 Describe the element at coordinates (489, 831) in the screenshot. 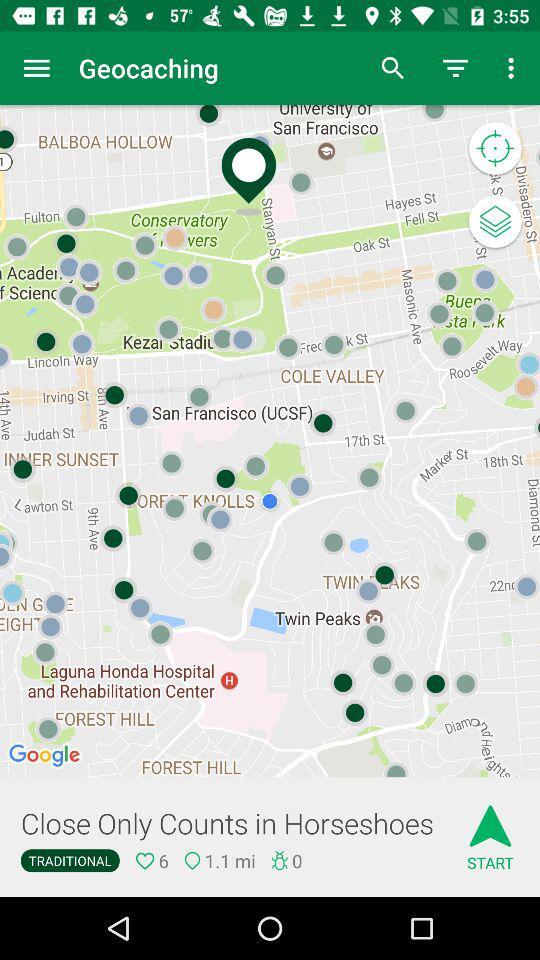

I see `the item next to the close only counts icon` at that location.